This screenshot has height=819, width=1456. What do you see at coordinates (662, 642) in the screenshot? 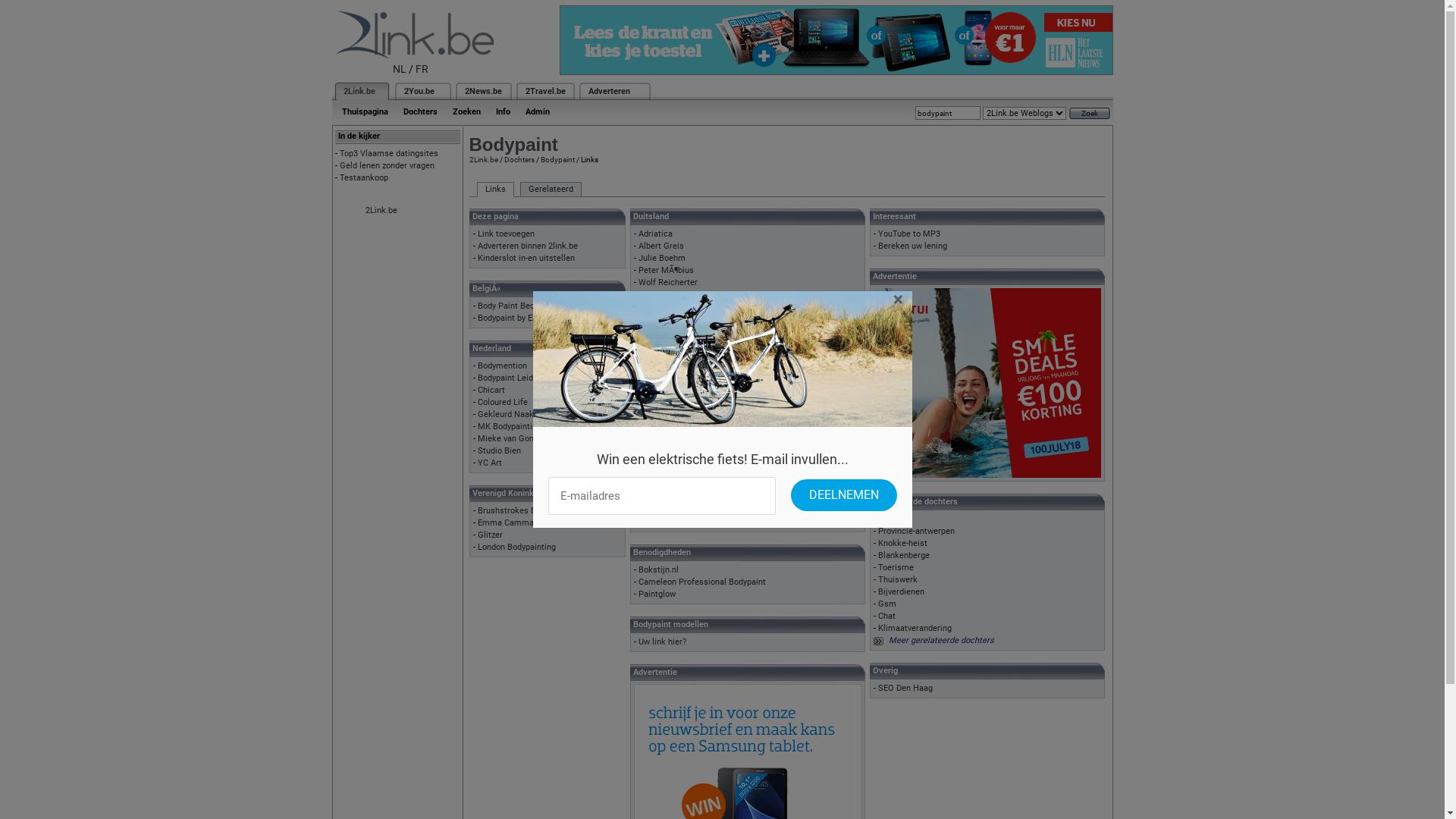
I see `'Uw link hier?'` at bounding box center [662, 642].